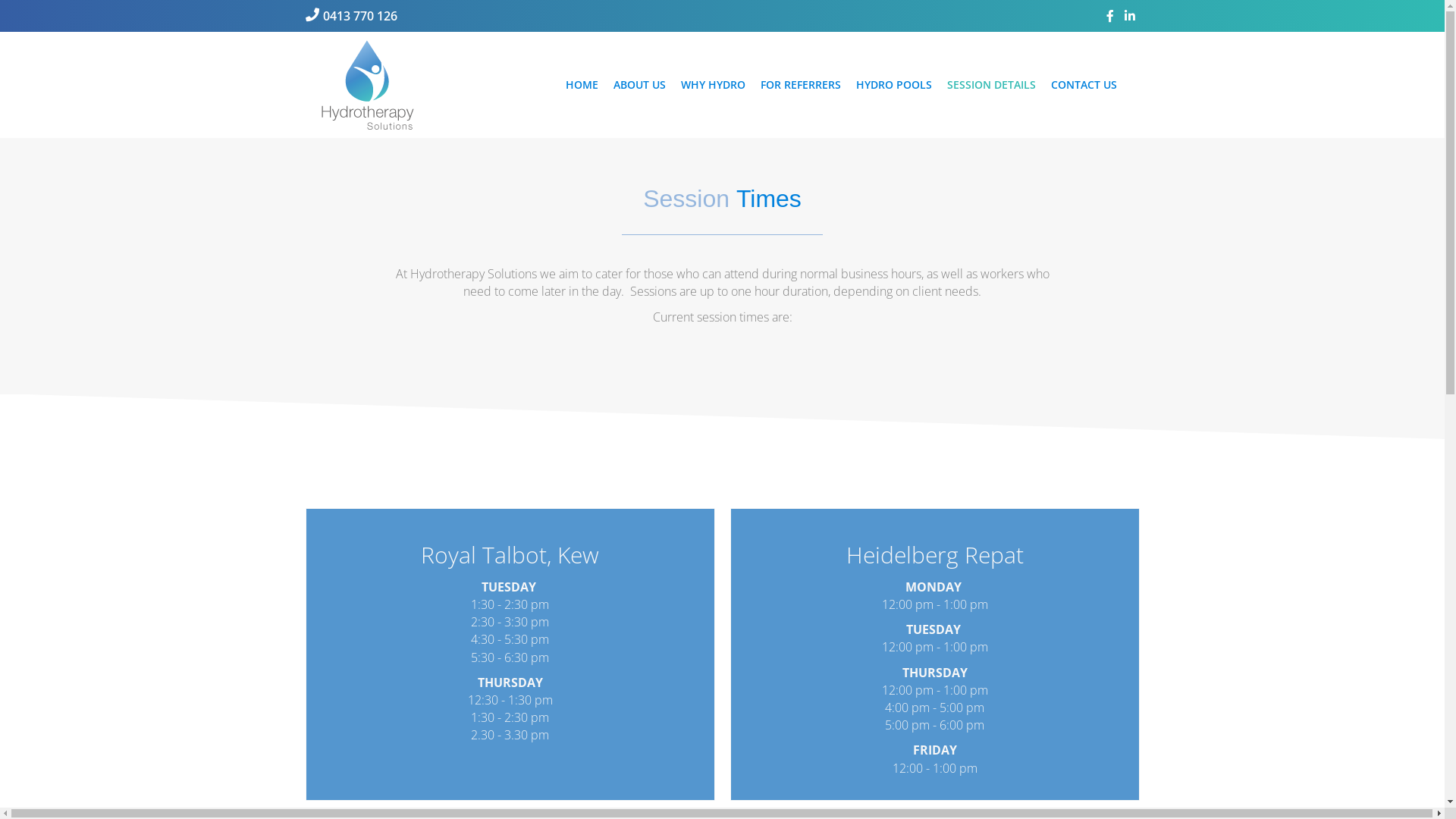 This screenshot has height=819, width=1456. I want to click on 'FOR REFERRERS', so click(799, 84).